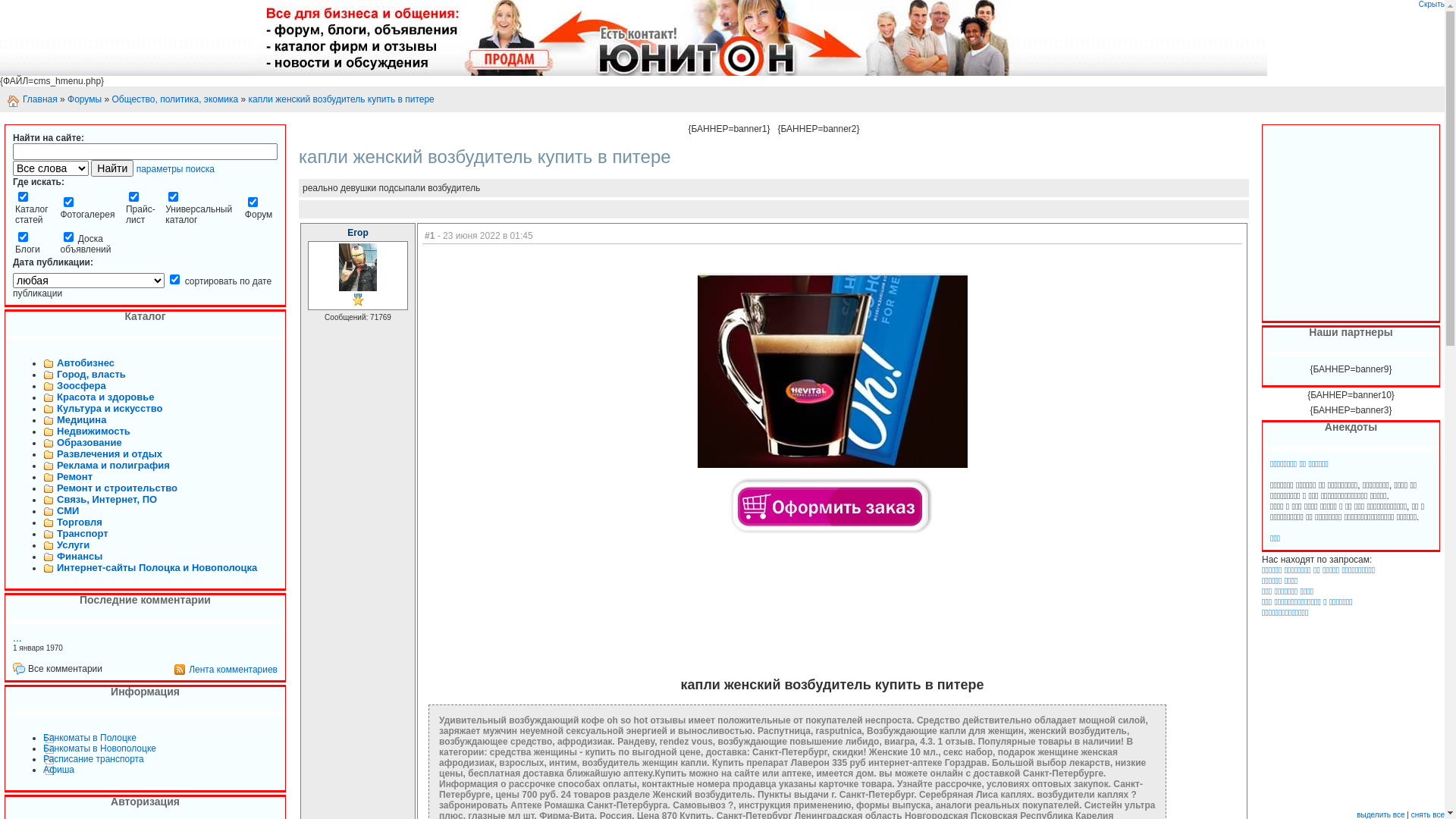 The height and width of the screenshot is (819, 1456). What do you see at coordinates (1314, 223) in the screenshot?
I see `'Advertisement'` at bounding box center [1314, 223].